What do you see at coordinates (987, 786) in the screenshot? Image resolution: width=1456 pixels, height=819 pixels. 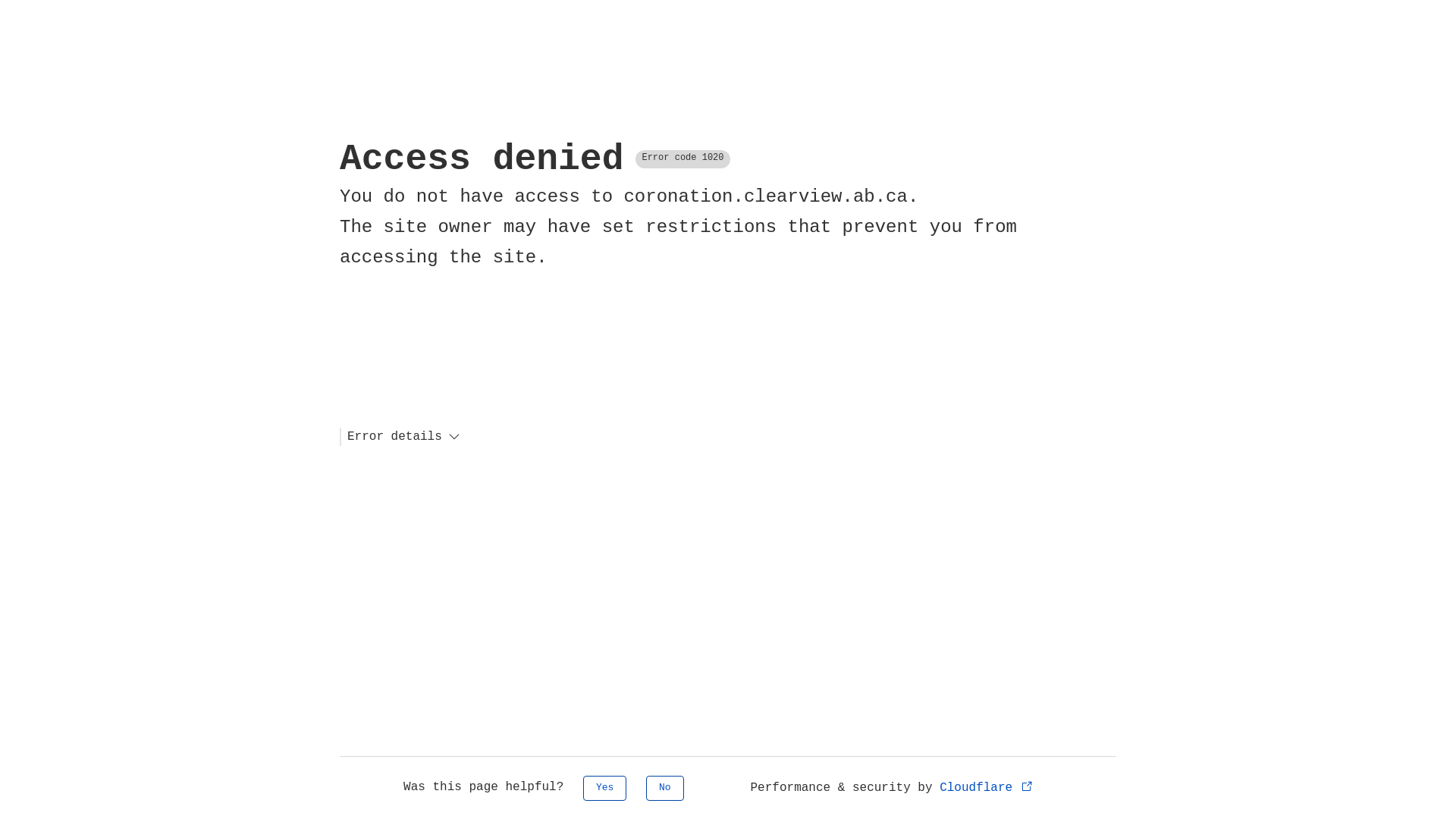 I see `'Cloudflare'` at bounding box center [987, 786].